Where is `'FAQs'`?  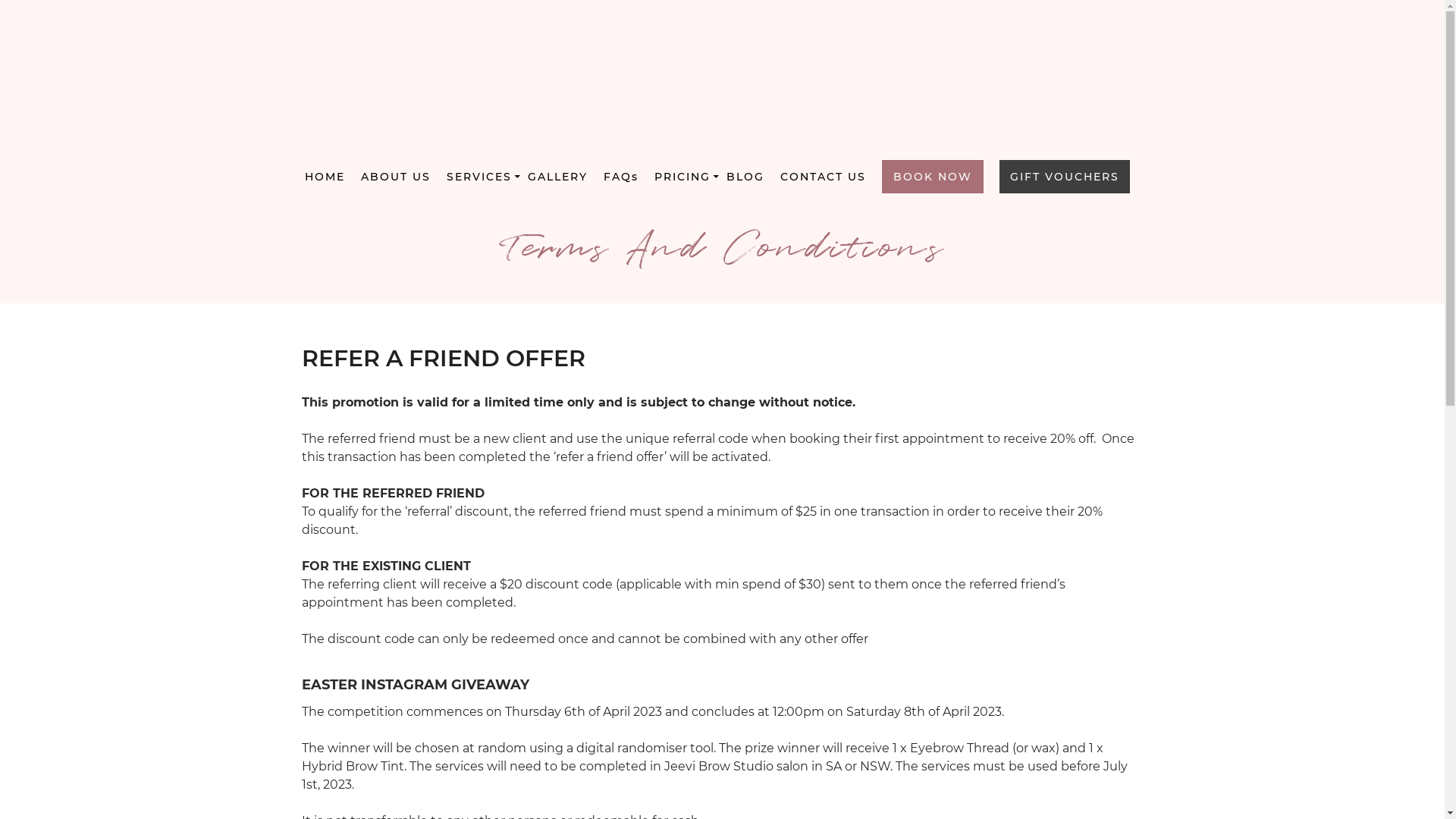 'FAQs' is located at coordinates (603, 175).